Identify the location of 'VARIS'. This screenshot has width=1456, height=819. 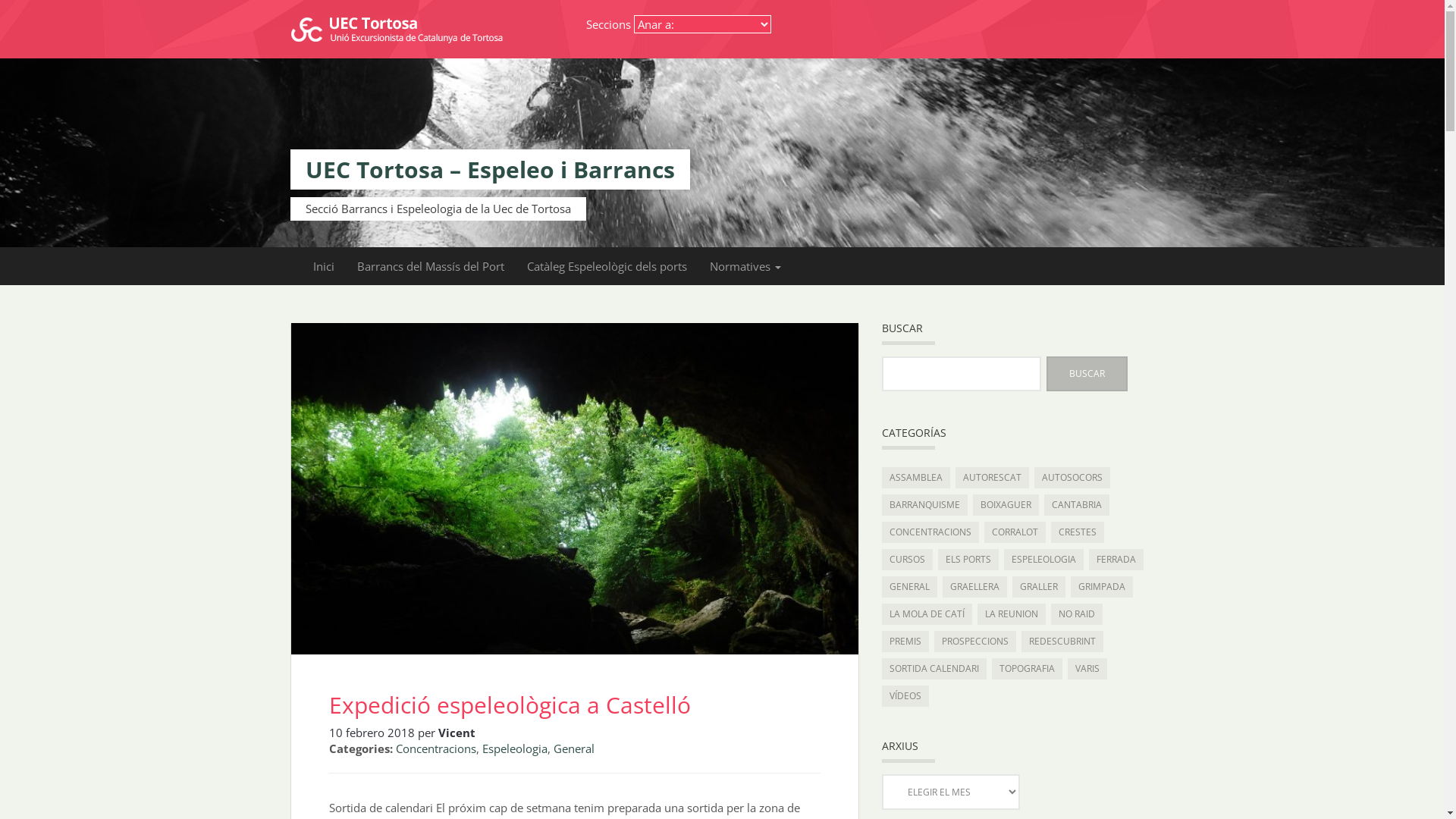
(1087, 668).